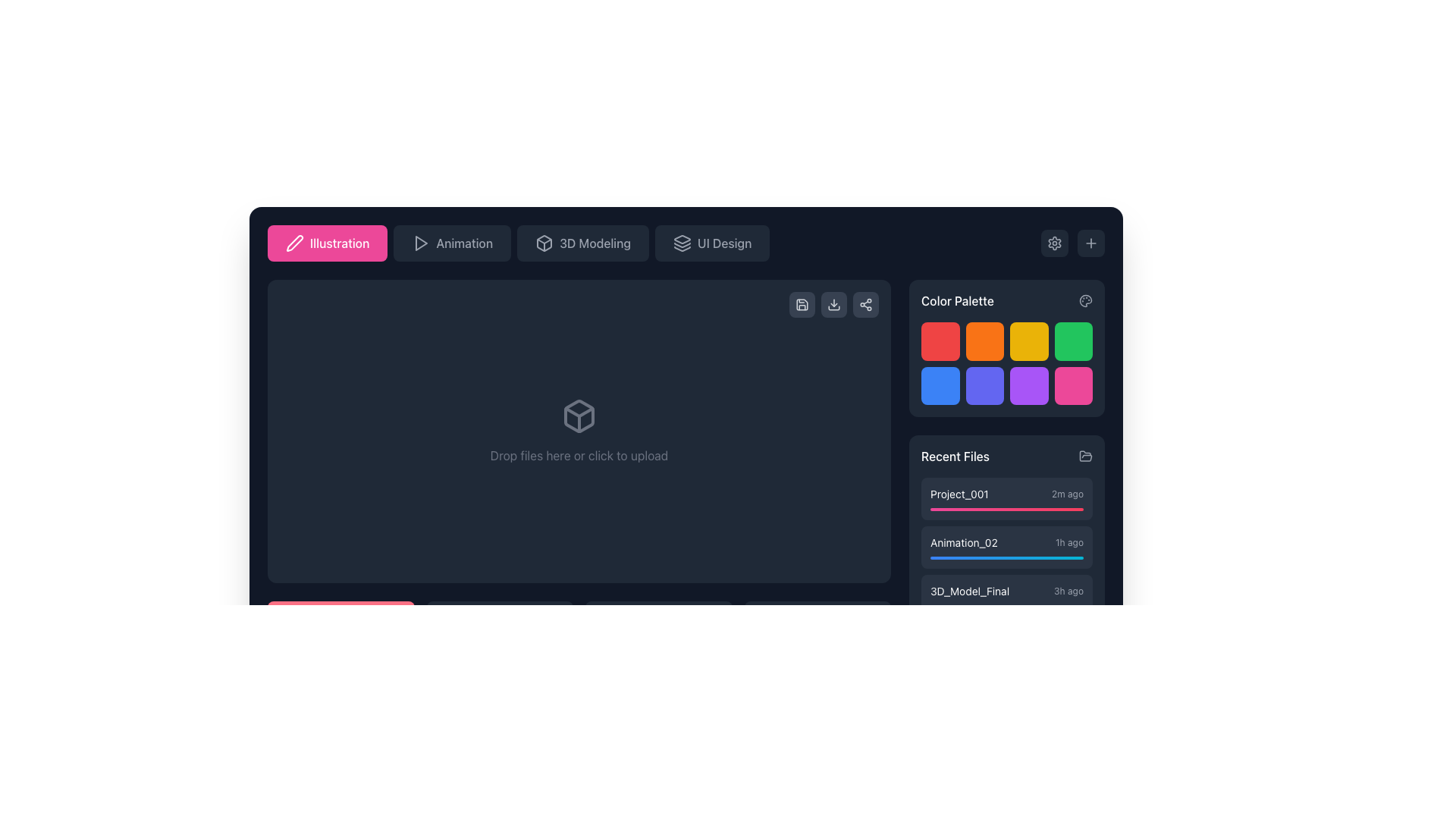 This screenshot has width=1456, height=819. I want to click on the interactive color selection button located in the bottom row, second block from the left of the 4x2 grid in the 'Color Palette' section, so click(984, 384).